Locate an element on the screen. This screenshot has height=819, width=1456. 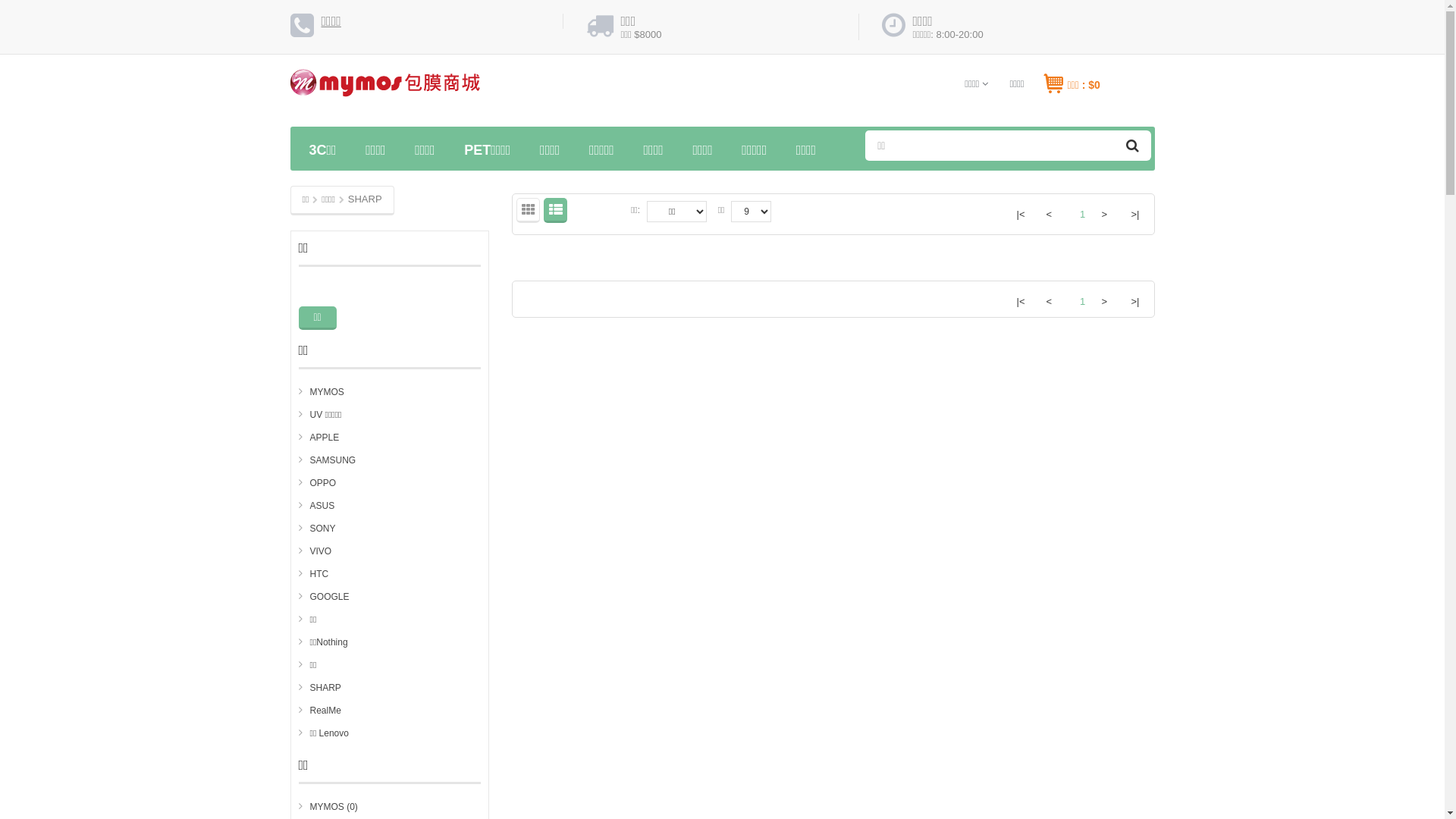
'Mymos' is located at coordinates (384, 89).